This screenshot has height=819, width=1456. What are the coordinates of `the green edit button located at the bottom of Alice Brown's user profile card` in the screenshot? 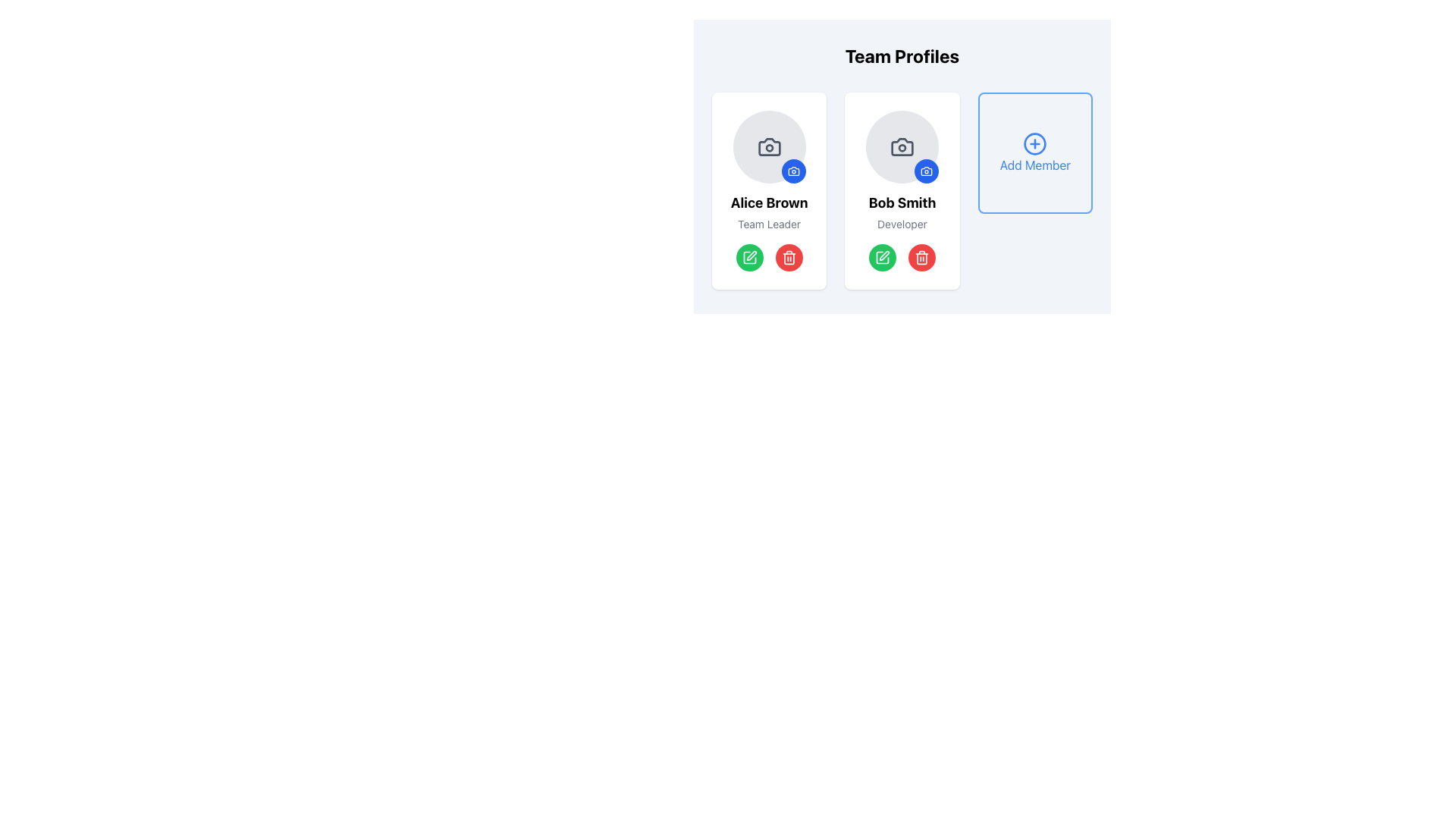 It's located at (769, 256).